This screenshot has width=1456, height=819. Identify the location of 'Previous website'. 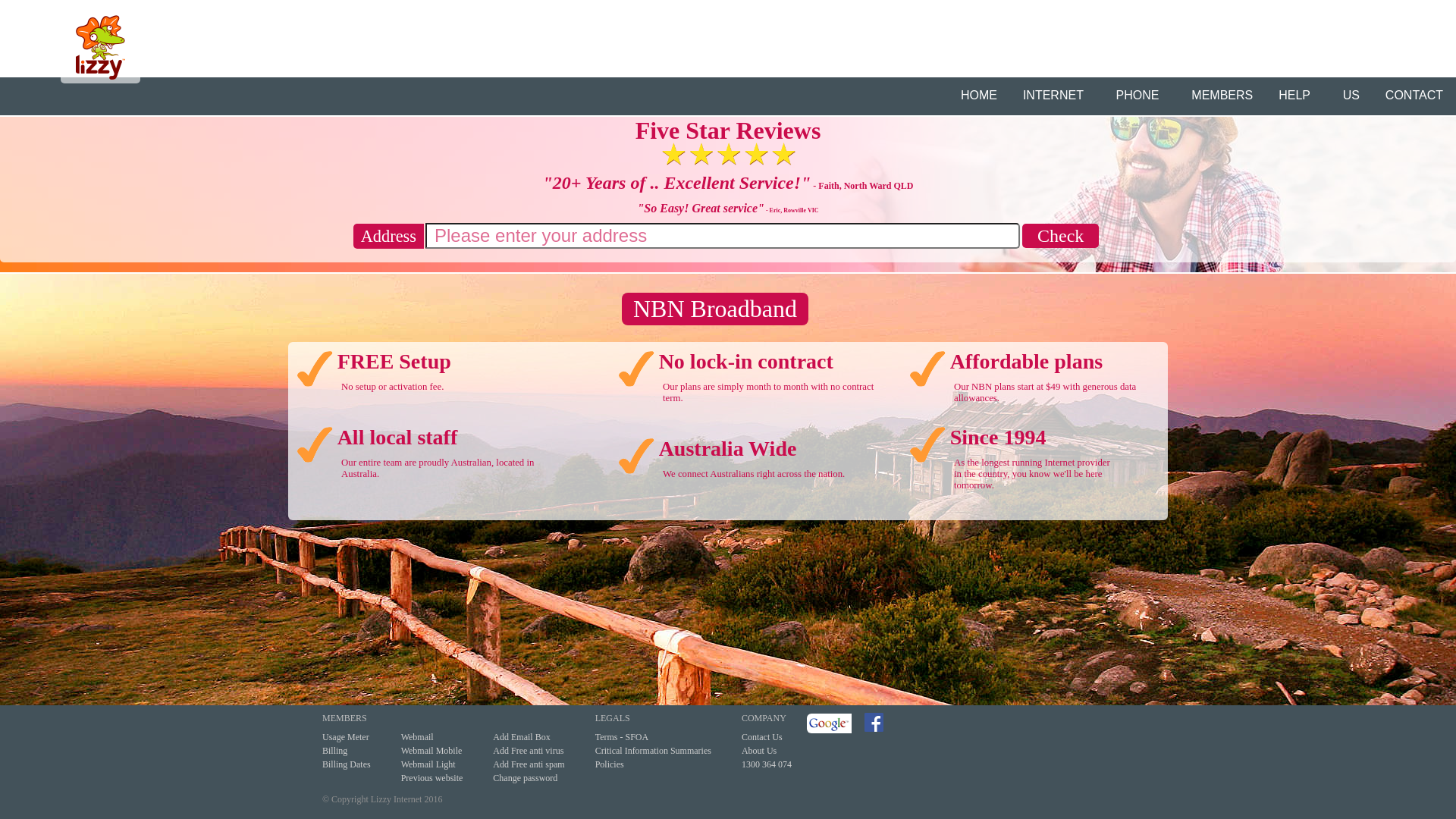
(431, 778).